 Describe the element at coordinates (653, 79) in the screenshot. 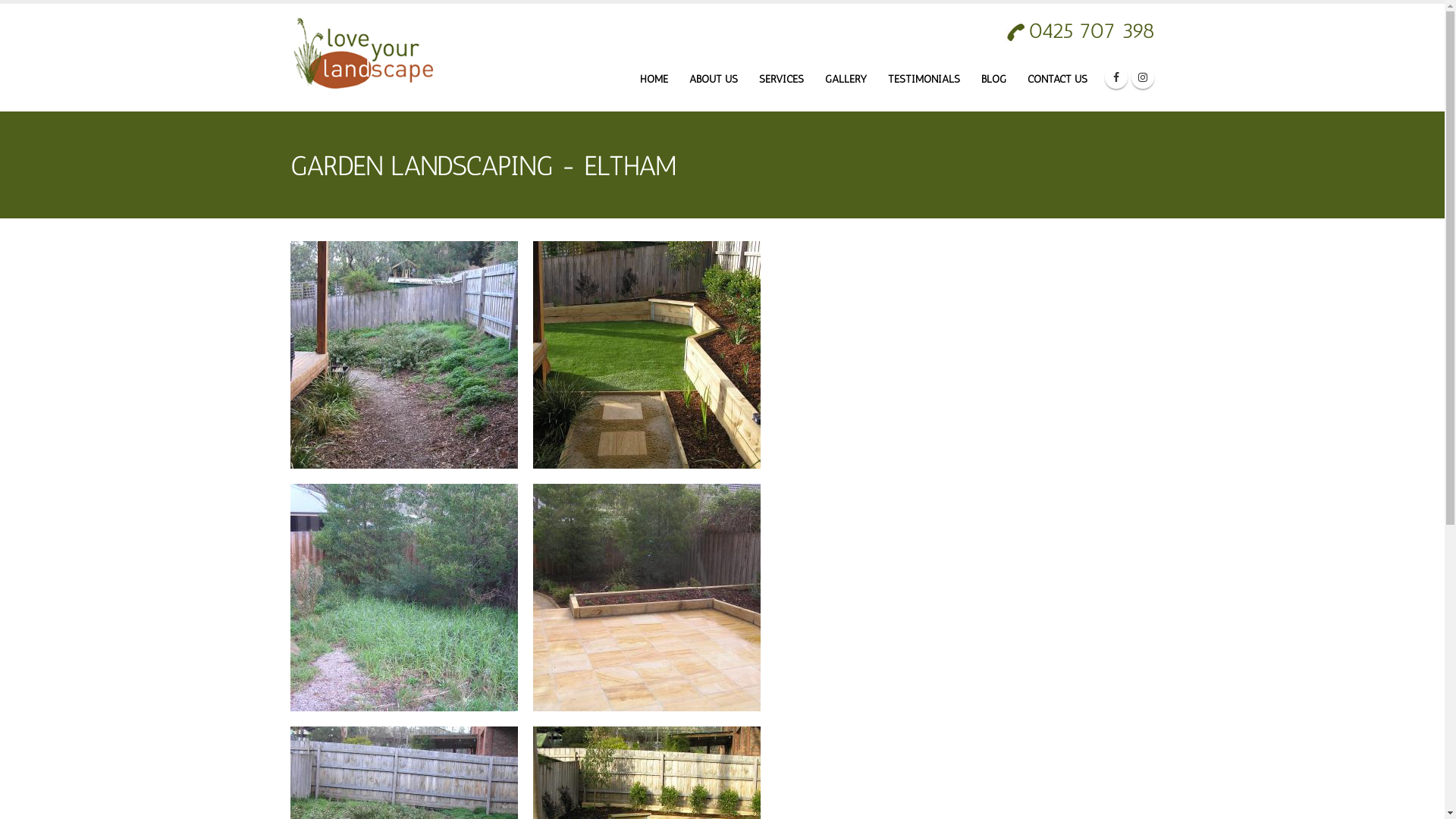

I see `'HOME'` at that location.